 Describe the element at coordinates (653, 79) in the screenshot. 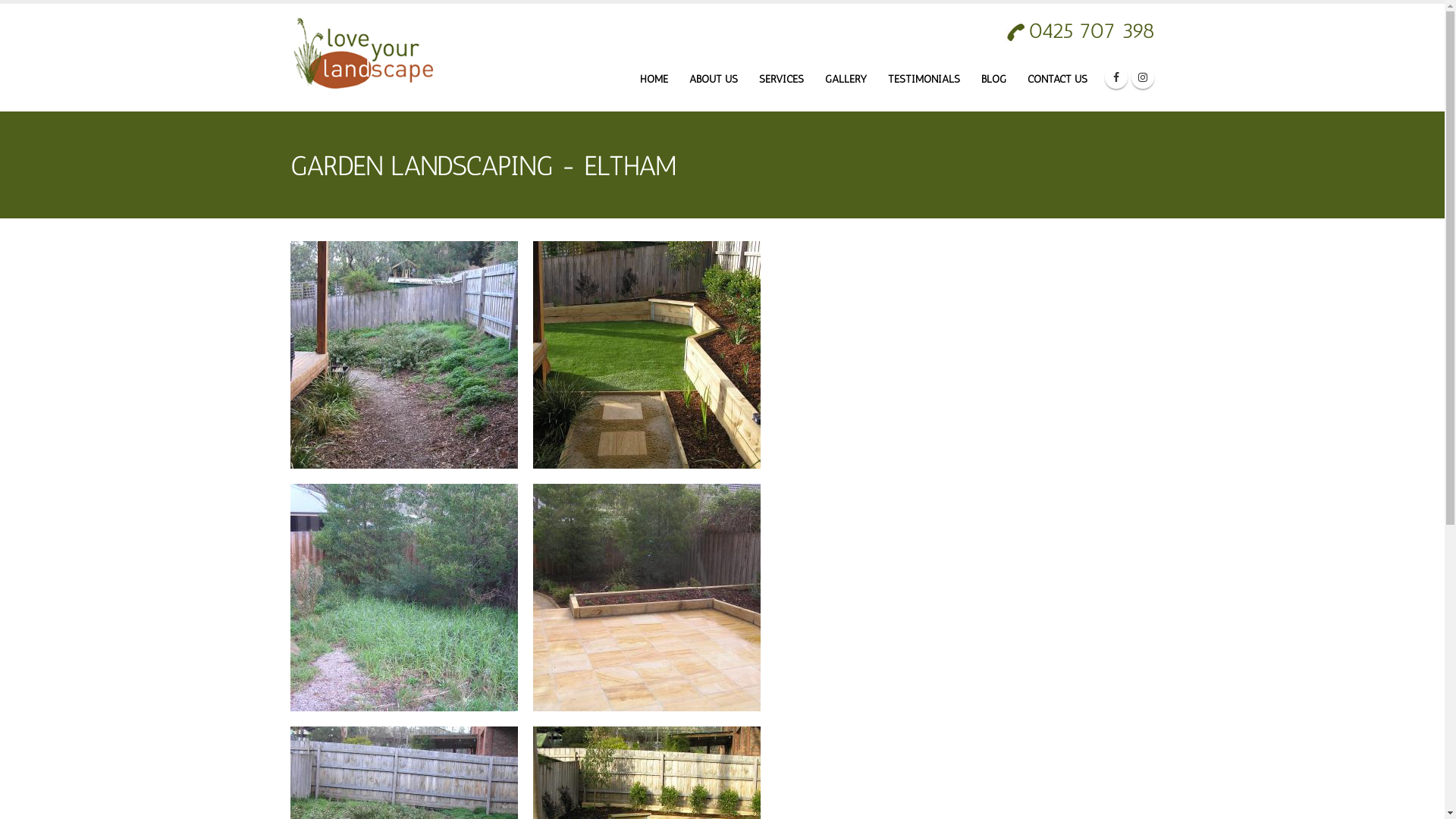

I see `'HOME'` at that location.